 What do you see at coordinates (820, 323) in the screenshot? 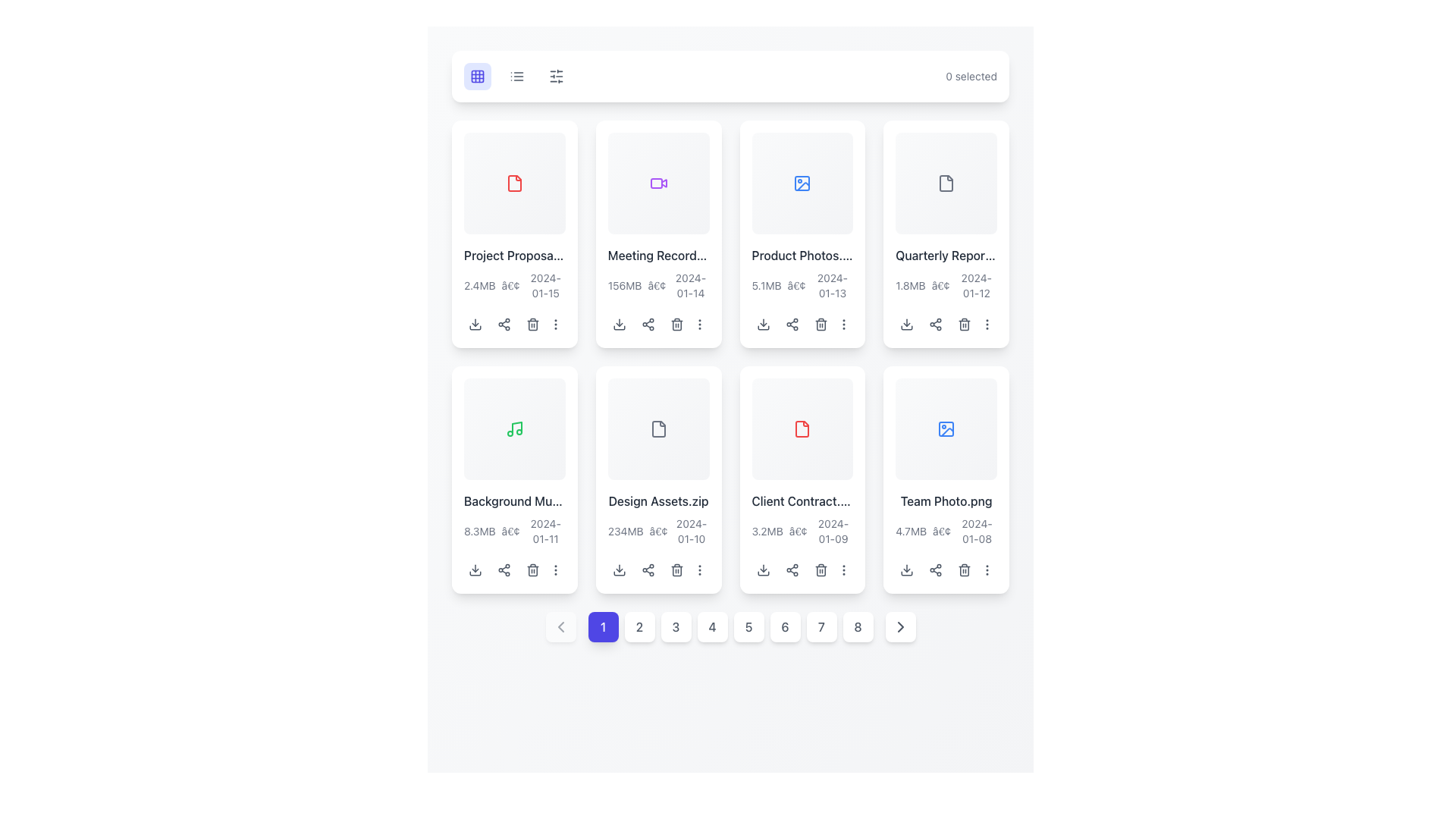
I see `the delete button located in the controls area below the 'Product Photos' card, which is the third interactive item from the right in the third column of the grid` at bounding box center [820, 323].